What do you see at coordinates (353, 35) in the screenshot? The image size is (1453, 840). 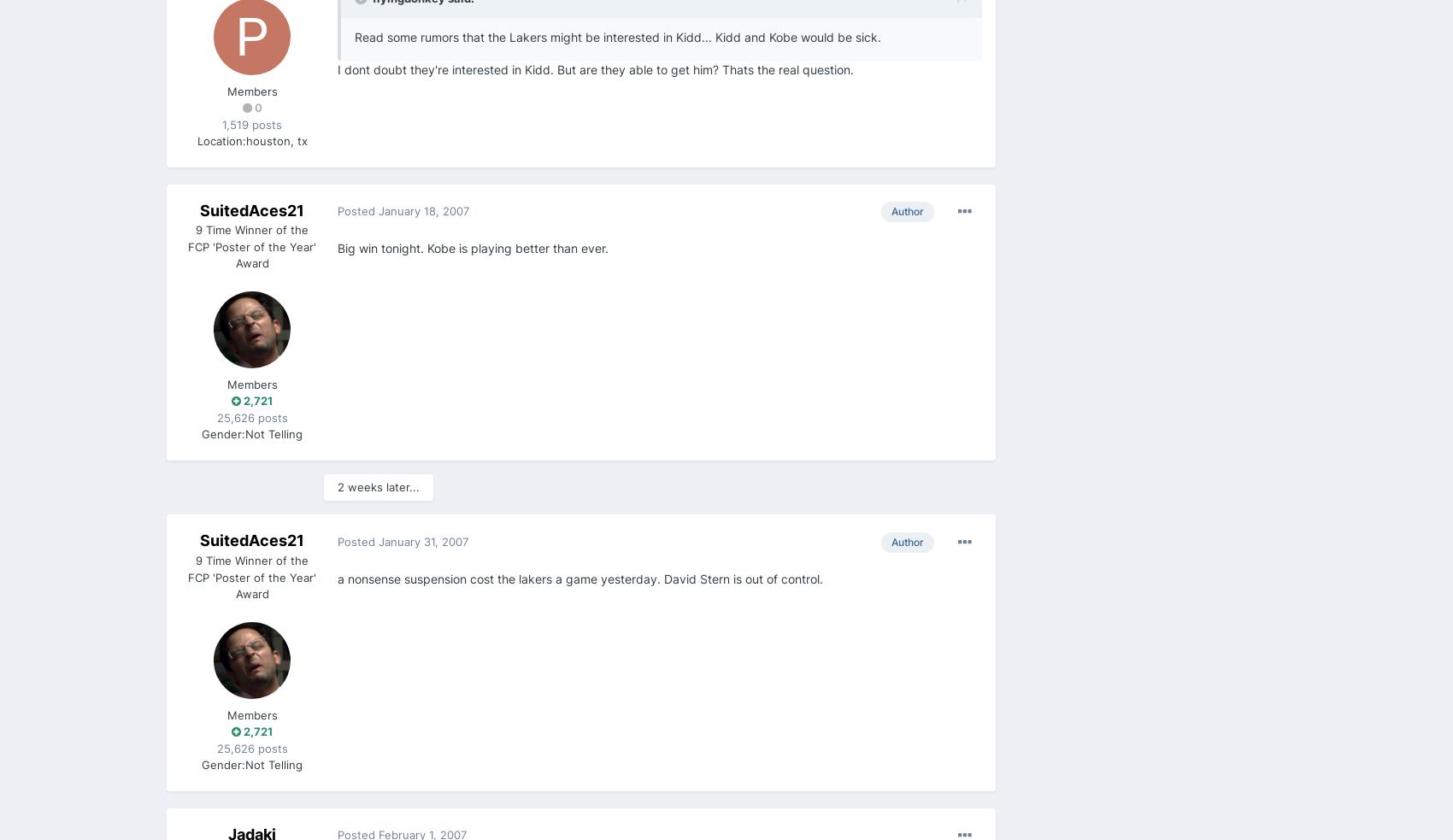 I see `'Read some rumors that the Lakers might be interested in Kidd... Kidd and Kobe would be sick.'` at bounding box center [353, 35].